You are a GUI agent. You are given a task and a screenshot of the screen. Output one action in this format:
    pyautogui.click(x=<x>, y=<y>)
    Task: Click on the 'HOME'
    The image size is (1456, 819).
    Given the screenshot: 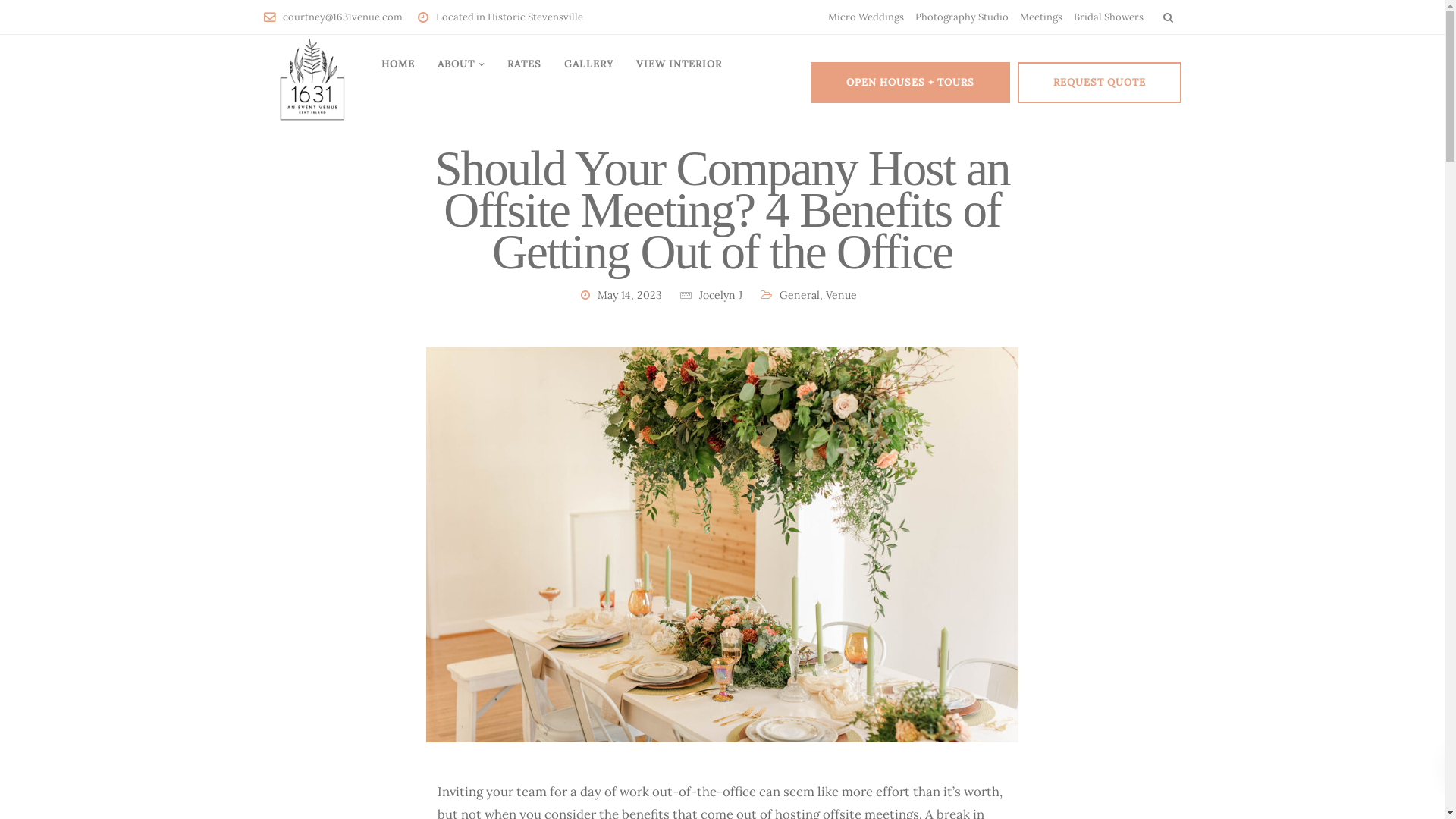 What is the action you would take?
    pyautogui.click(x=397, y=63)
    